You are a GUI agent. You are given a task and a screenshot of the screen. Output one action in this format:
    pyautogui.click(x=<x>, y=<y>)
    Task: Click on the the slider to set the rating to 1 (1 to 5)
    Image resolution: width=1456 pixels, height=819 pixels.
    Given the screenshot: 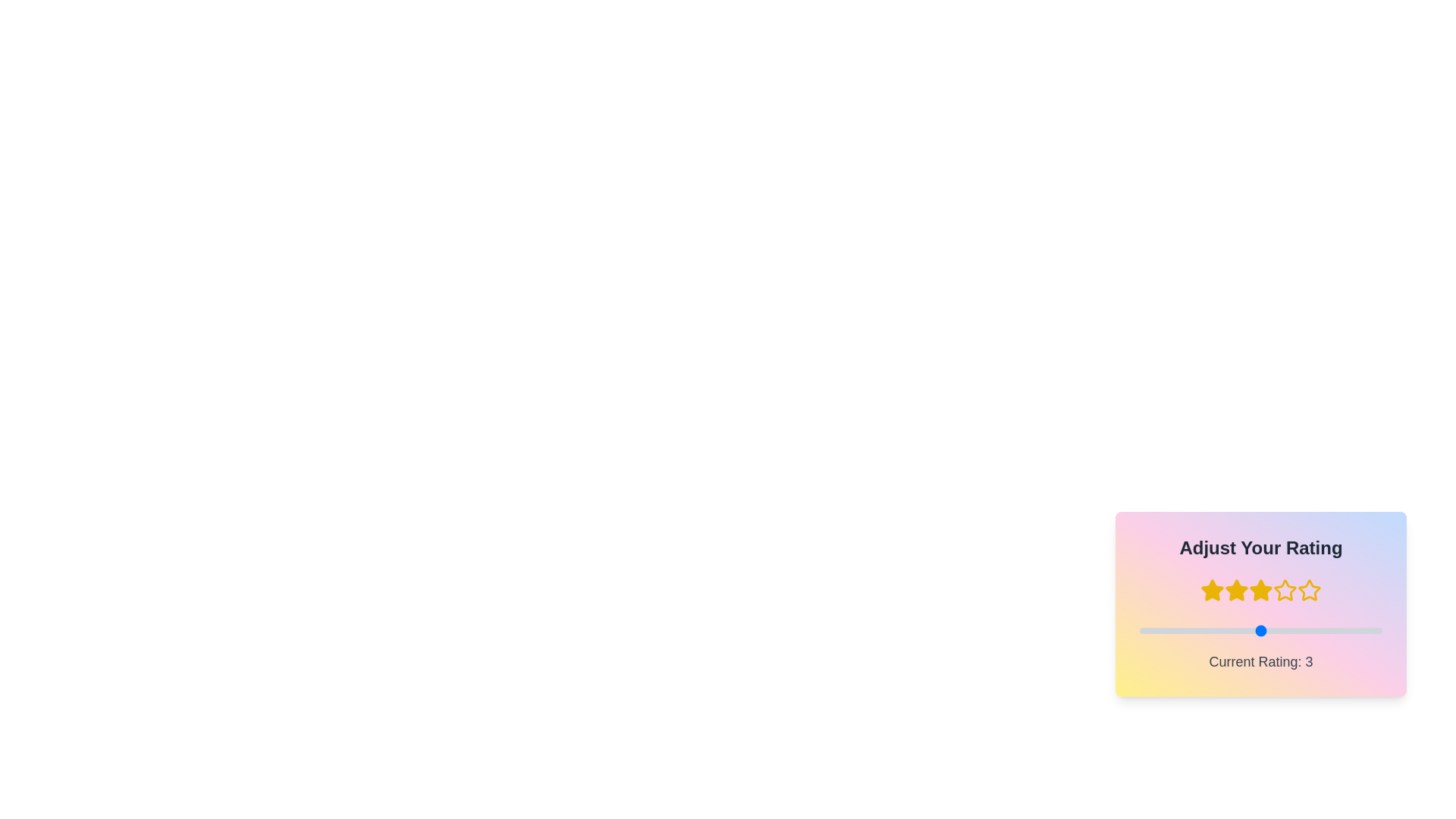 What is the action you would take?
    pyautogui.click(x=1139, y=631)
    